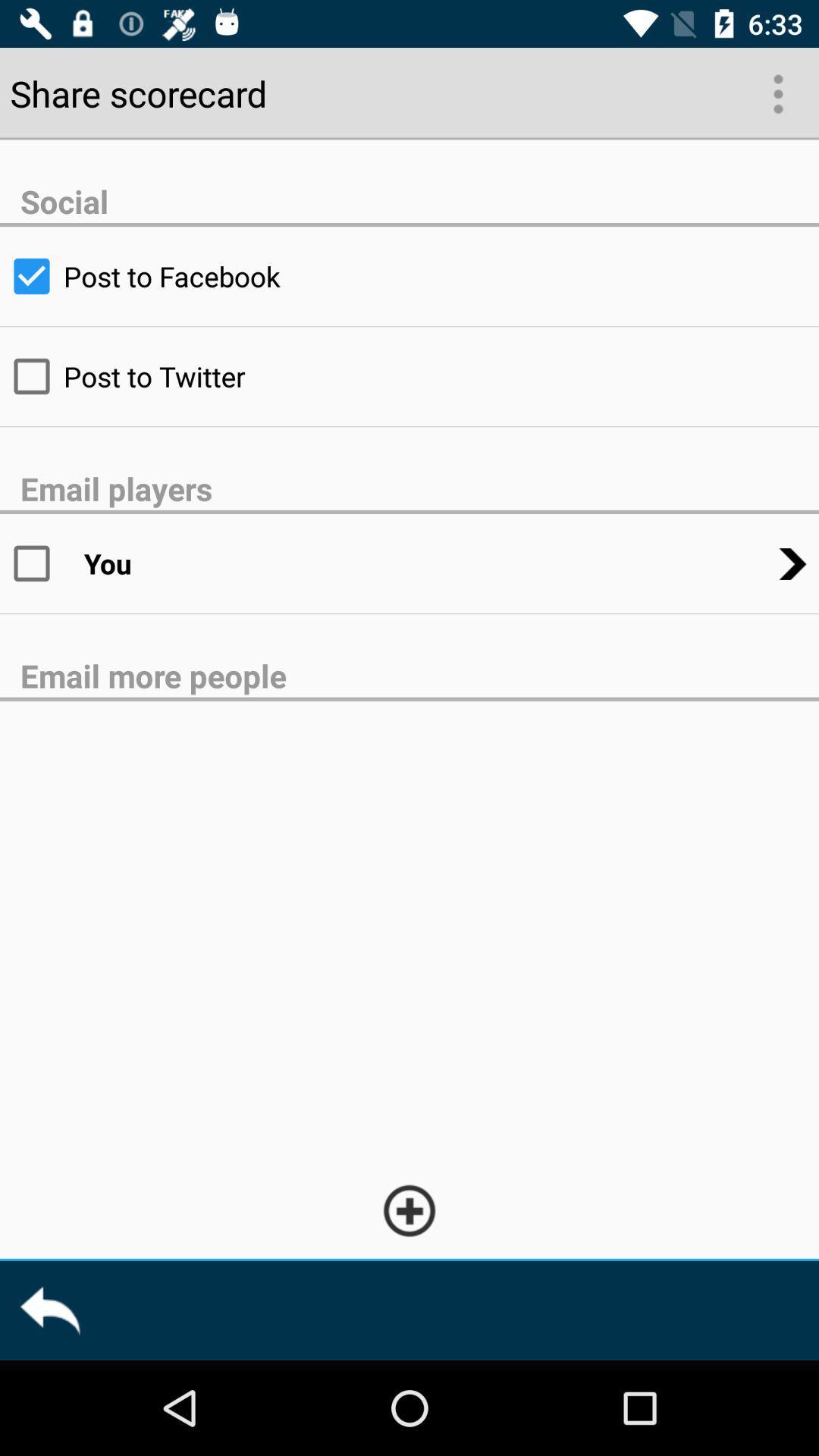  Describe the element at coordinates (777, 92) in the screenshot. I see `the more icon` at that location.